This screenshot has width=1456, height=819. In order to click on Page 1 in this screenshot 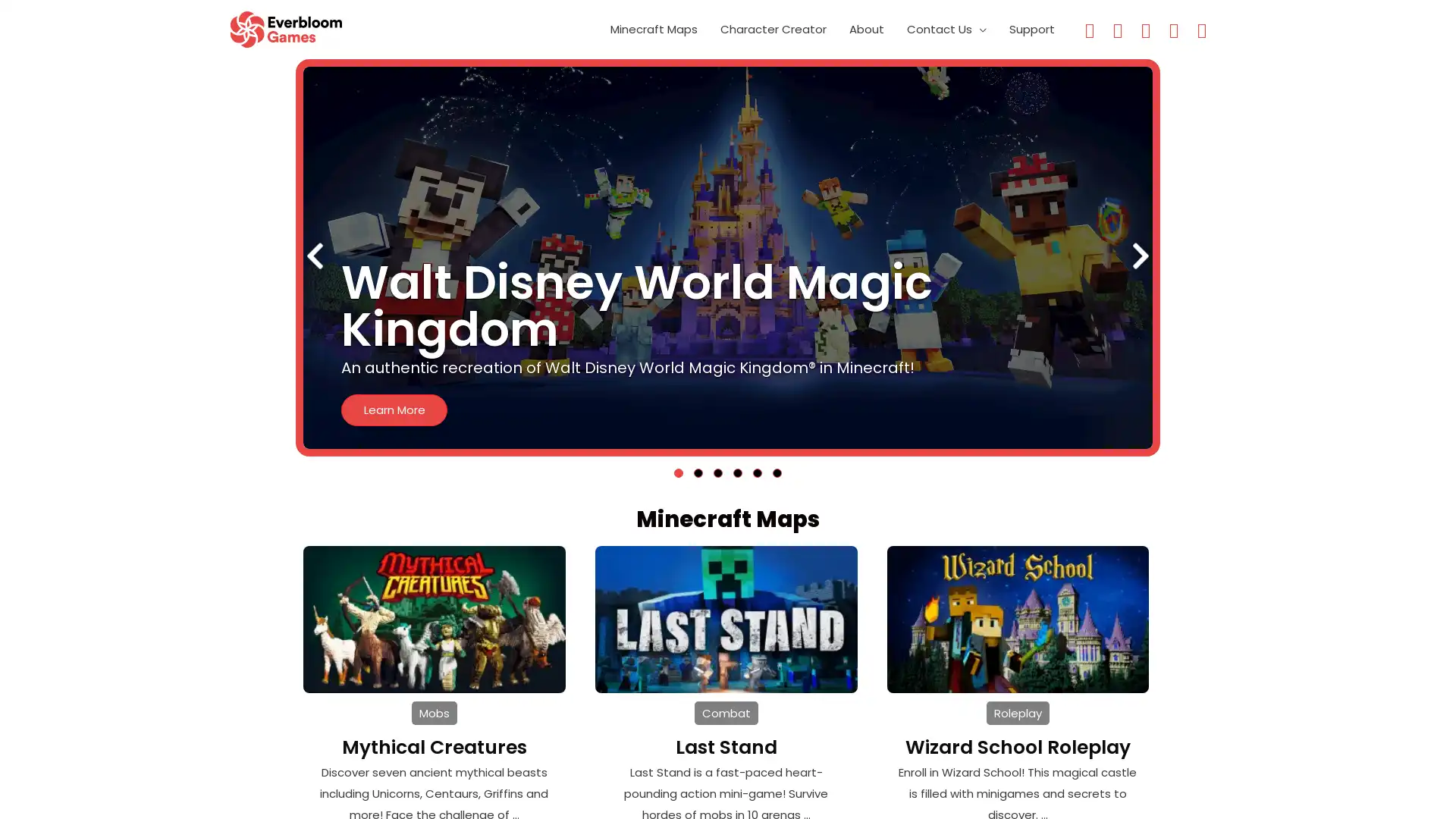, I will do `click(677, 472)`.